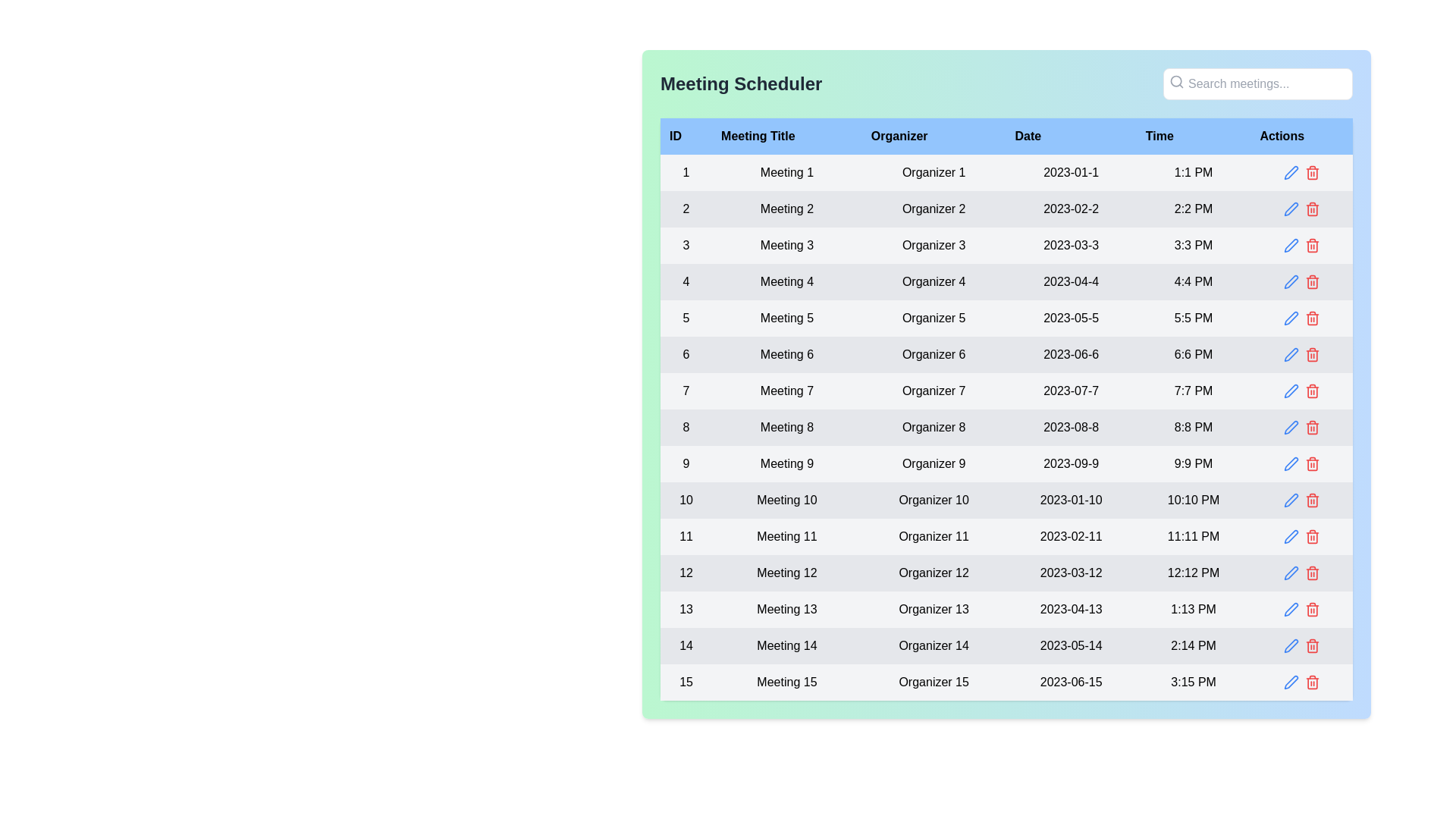 Image resolution: width=1456 pixels, height=819 pixels. I want to click on text from the Text Label displaying 'Organizer 1' located in the third column of the first row under the 'Organizer' header, so click(933, 171).